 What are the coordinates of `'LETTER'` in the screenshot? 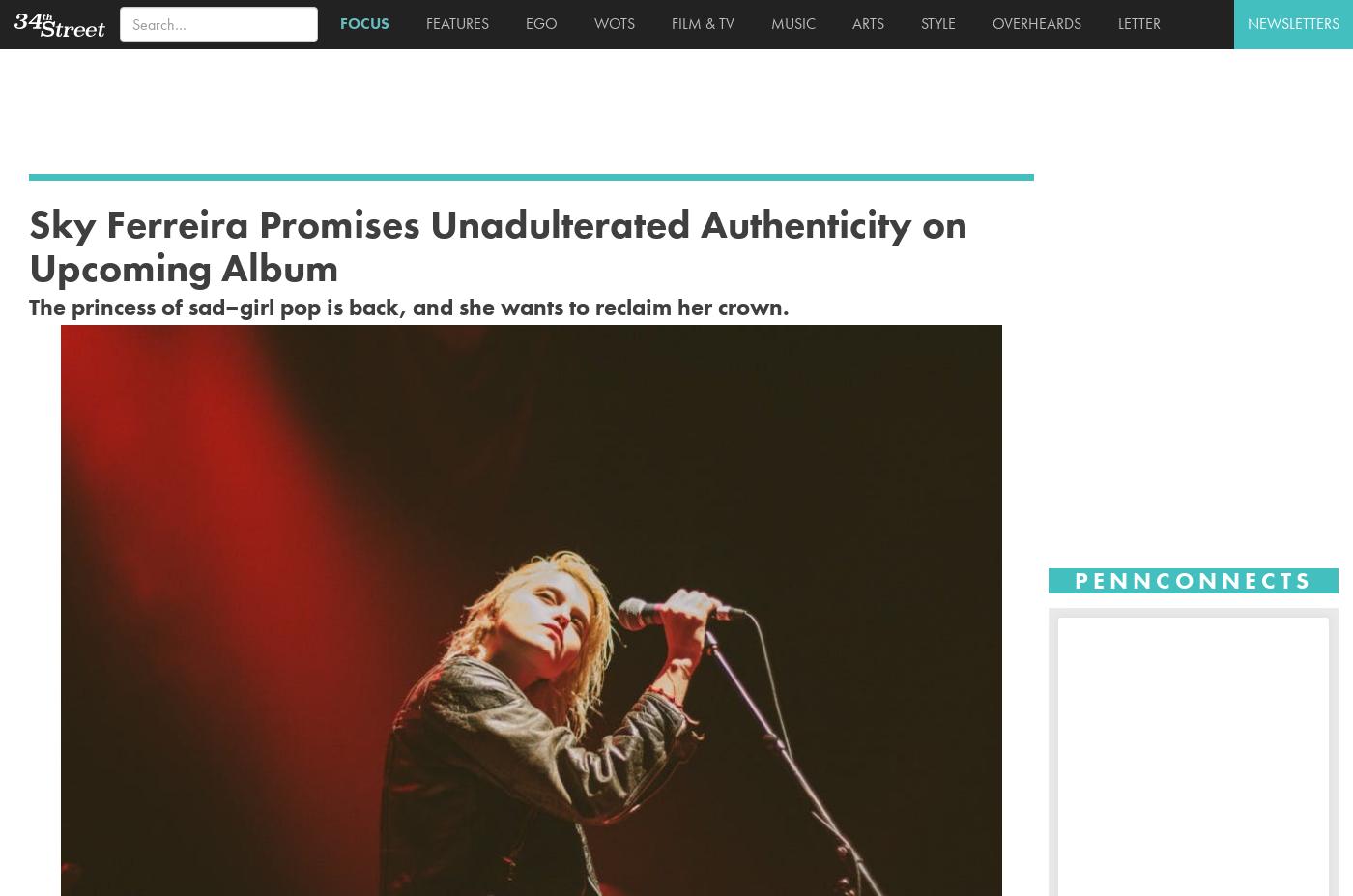 It's located at (1136, 22).